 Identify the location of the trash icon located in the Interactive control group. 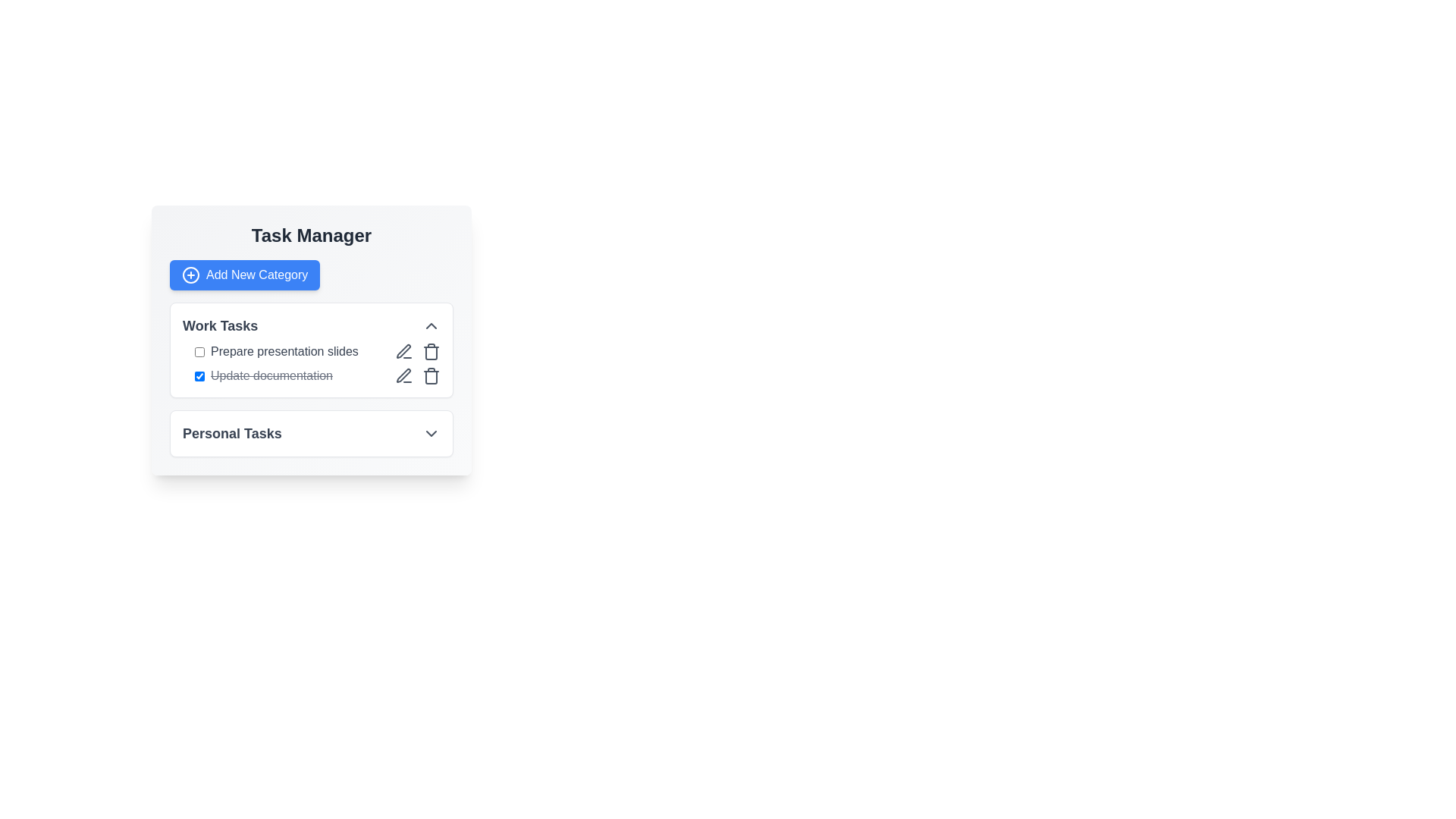
(418, 375).